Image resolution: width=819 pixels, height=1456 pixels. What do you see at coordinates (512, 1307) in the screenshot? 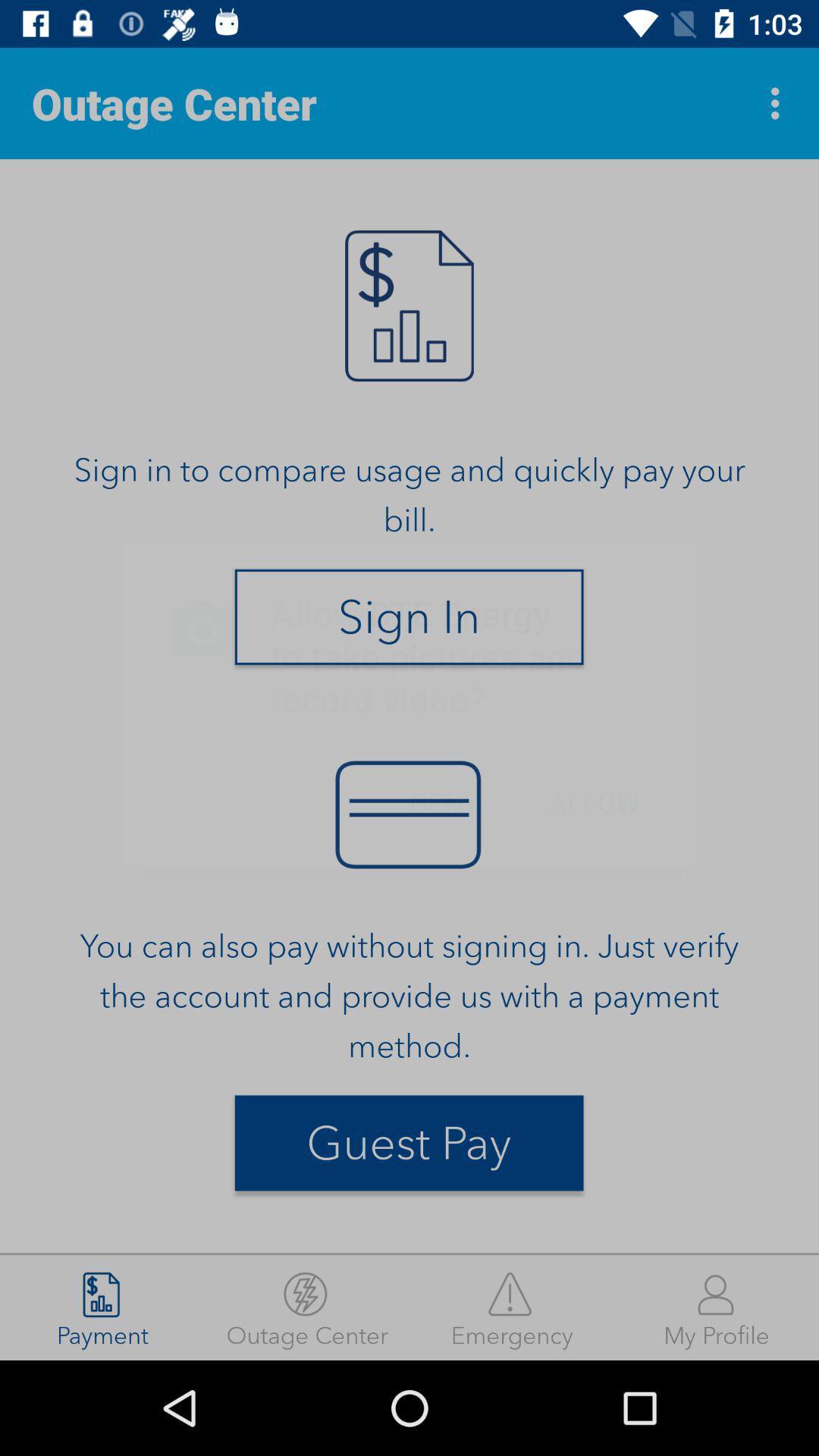
I see `the icon next to my profile item` at bounding box center [512, 1307].